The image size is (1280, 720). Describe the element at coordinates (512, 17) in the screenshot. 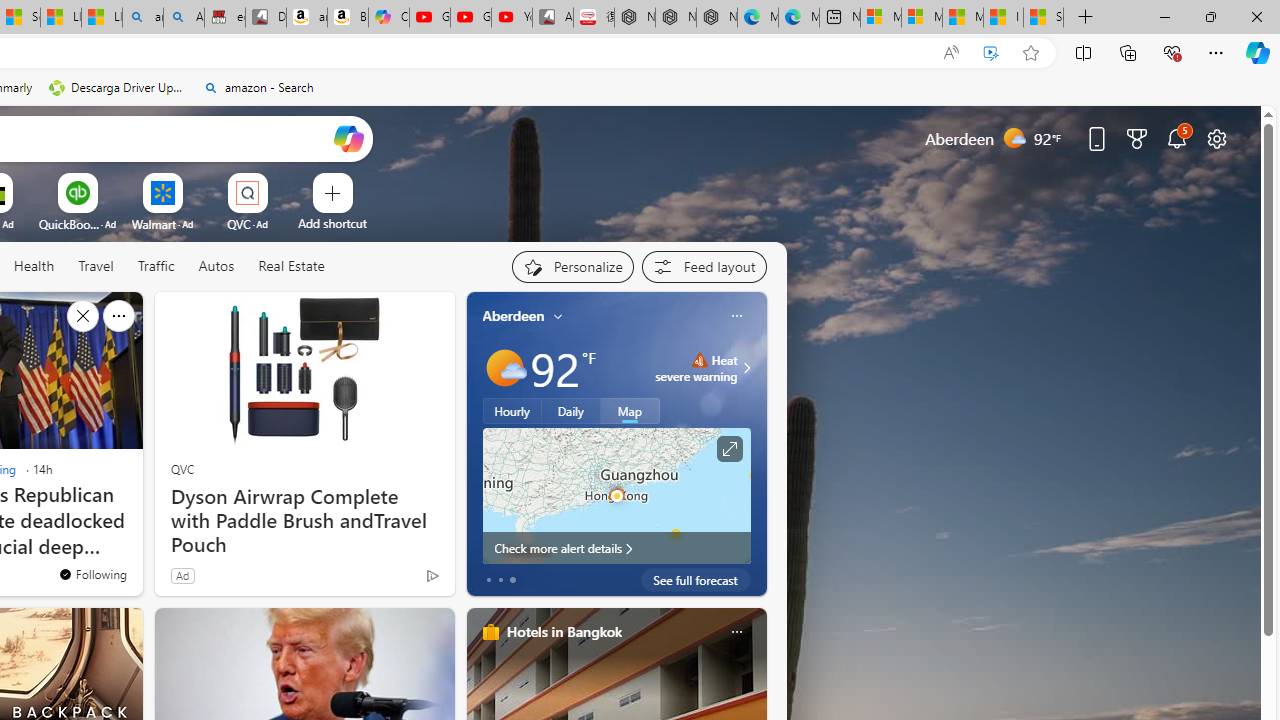

I see `'YouTube Kids - An App Created for Kids to Explore Content'` at that location.